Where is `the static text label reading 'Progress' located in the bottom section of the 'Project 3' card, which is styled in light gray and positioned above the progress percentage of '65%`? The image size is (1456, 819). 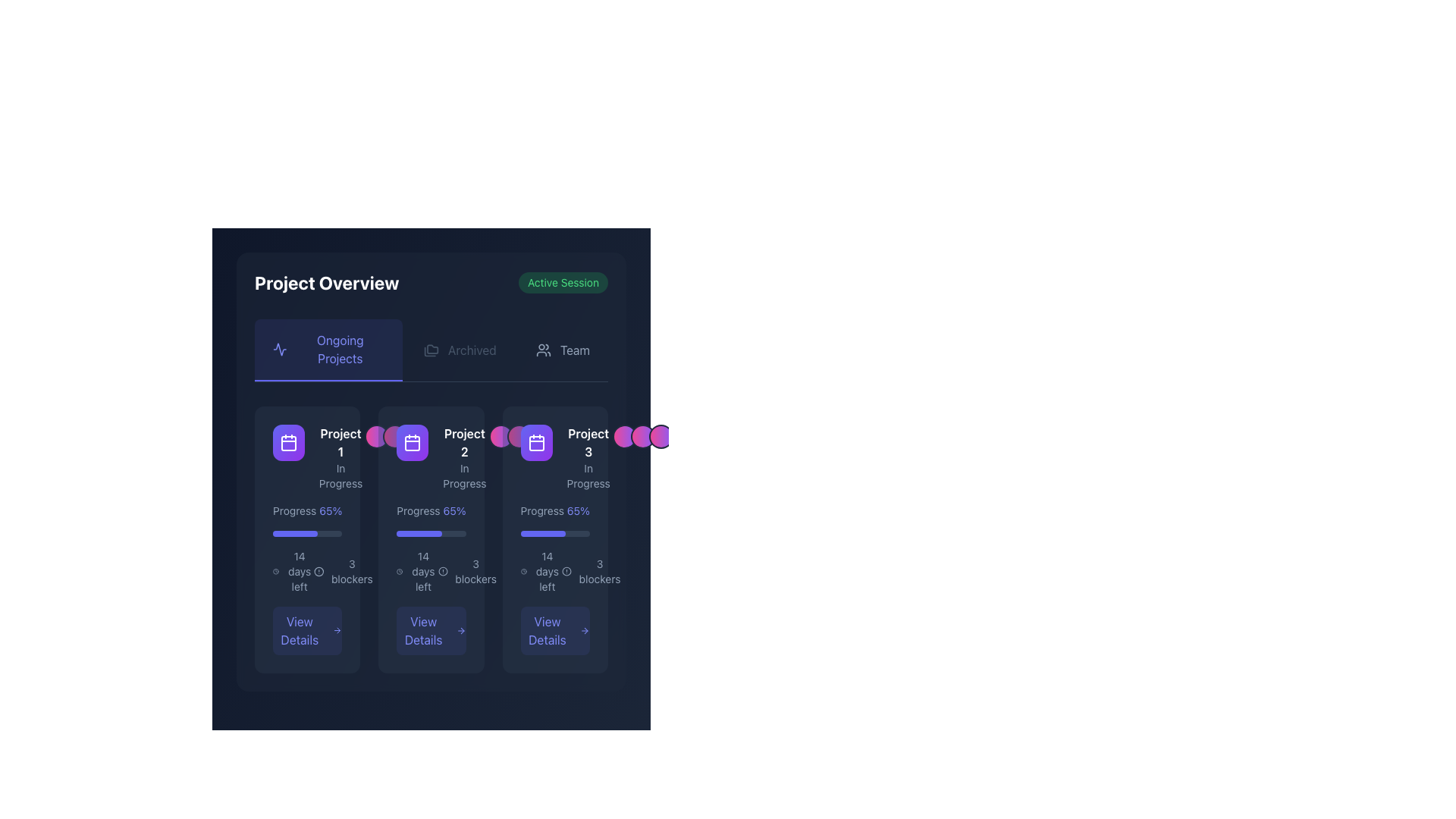 the static text label reading 'Progress' located in the bottom section of the 'Project 3' card, which is styled in light gray and positioned above the progress percentage of '65% is located at coordinates (542, 511).